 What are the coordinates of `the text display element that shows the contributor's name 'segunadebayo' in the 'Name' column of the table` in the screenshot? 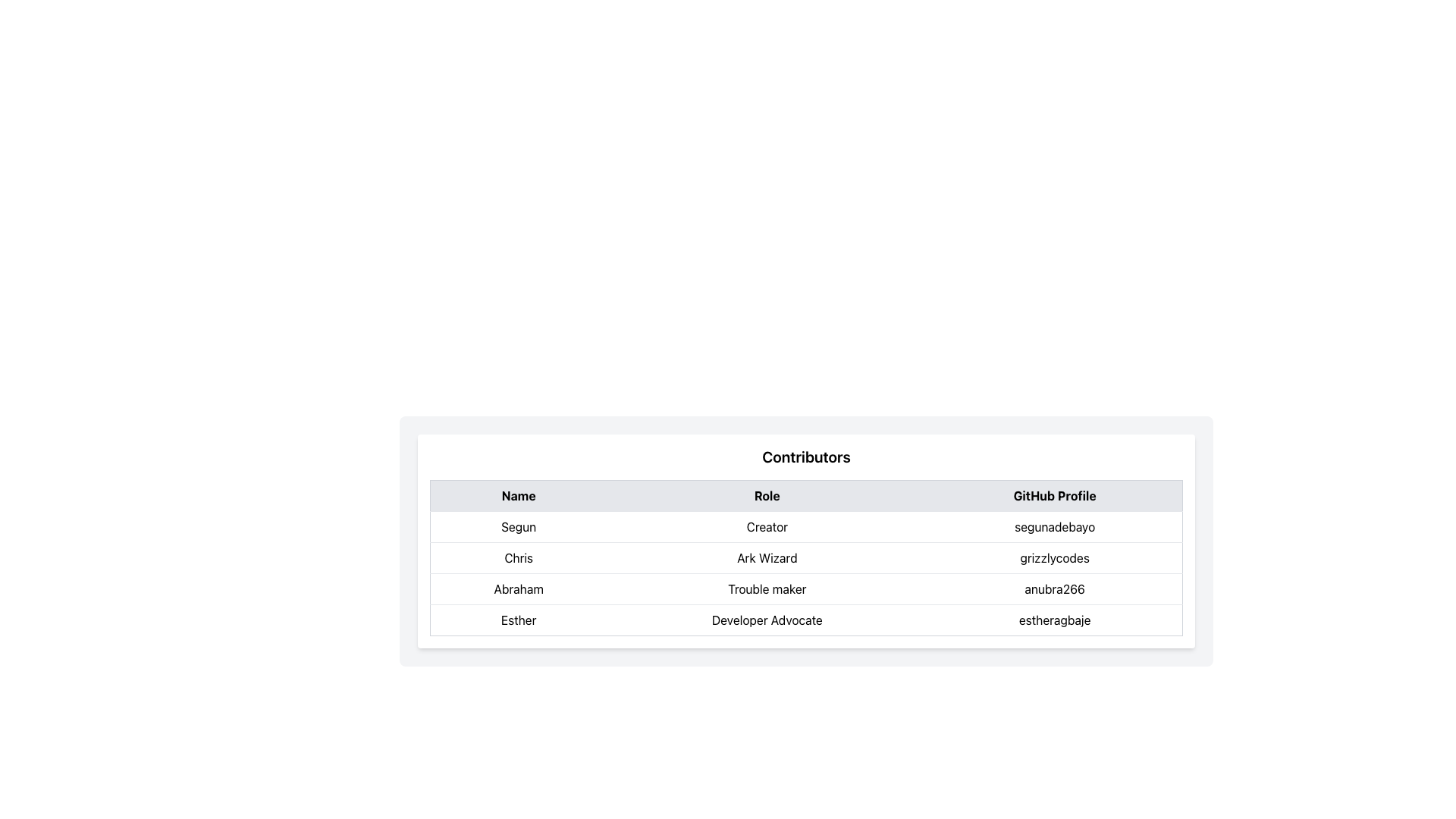 It's located at (518, 526).